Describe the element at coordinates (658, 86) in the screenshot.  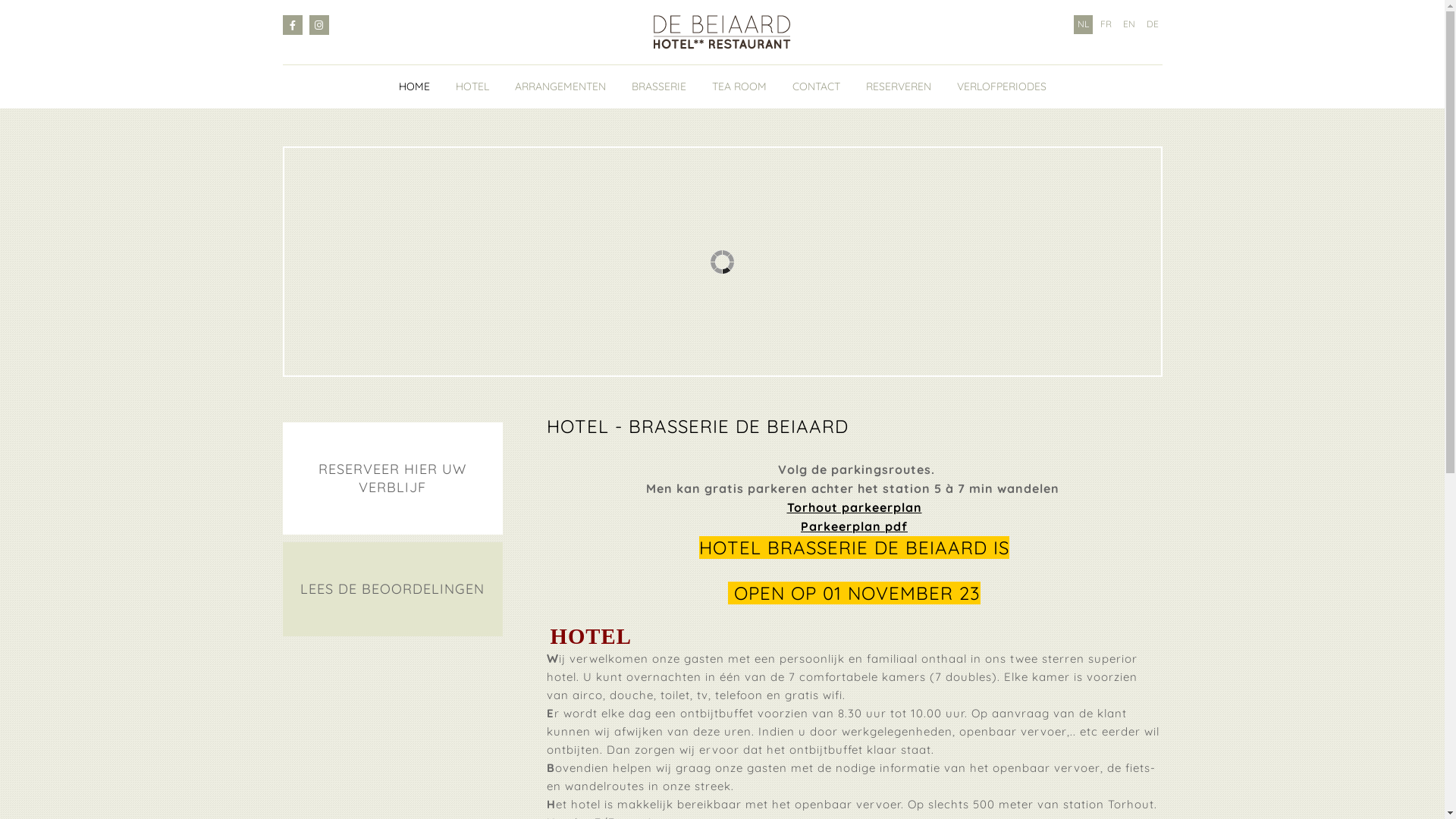
I see `'BRASSERIE'` at that location.